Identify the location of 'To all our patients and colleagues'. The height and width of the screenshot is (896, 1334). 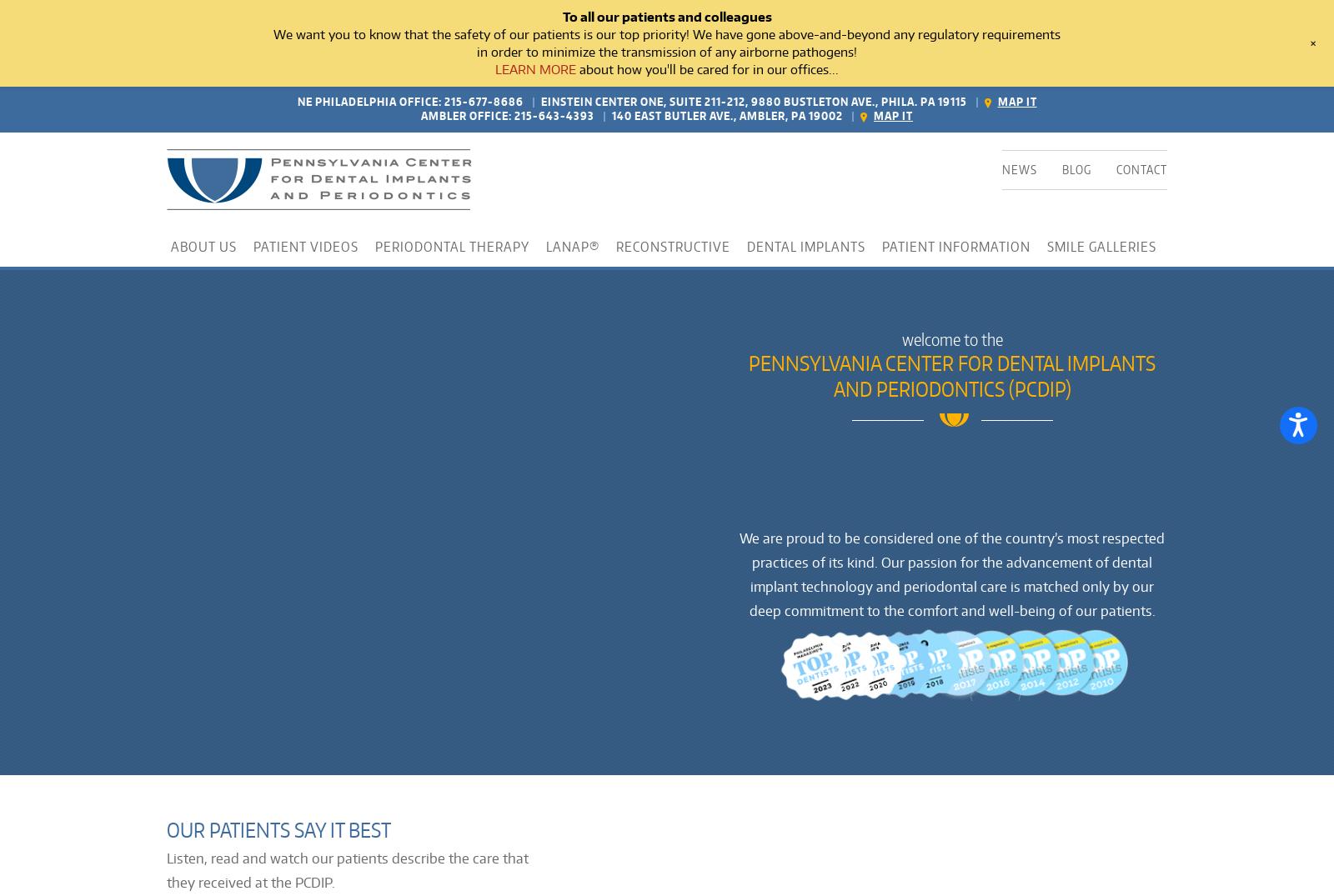
(562, 16).